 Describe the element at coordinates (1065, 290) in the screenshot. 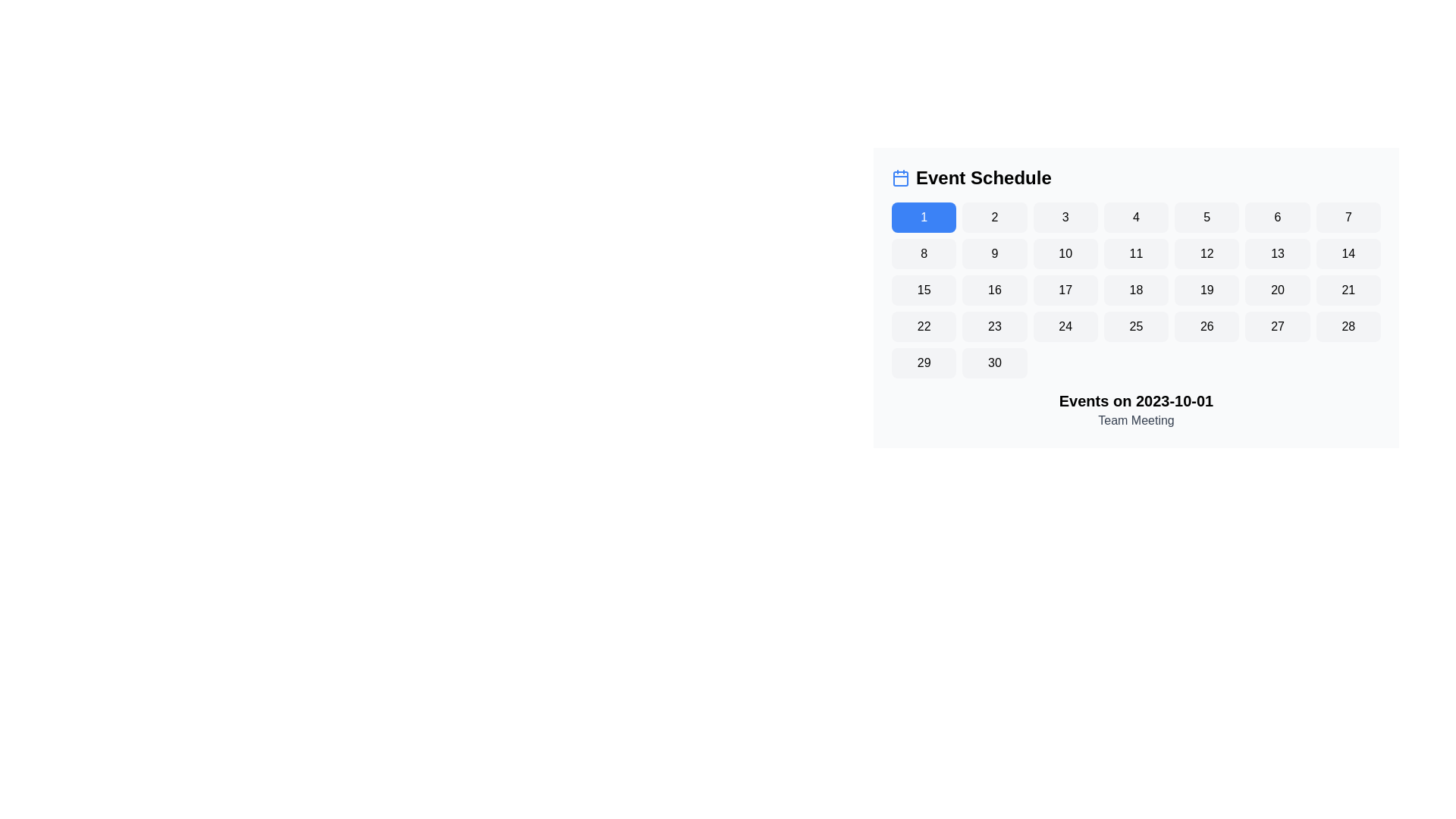

I see `the button representing the date '17' in the calendar` at that location.